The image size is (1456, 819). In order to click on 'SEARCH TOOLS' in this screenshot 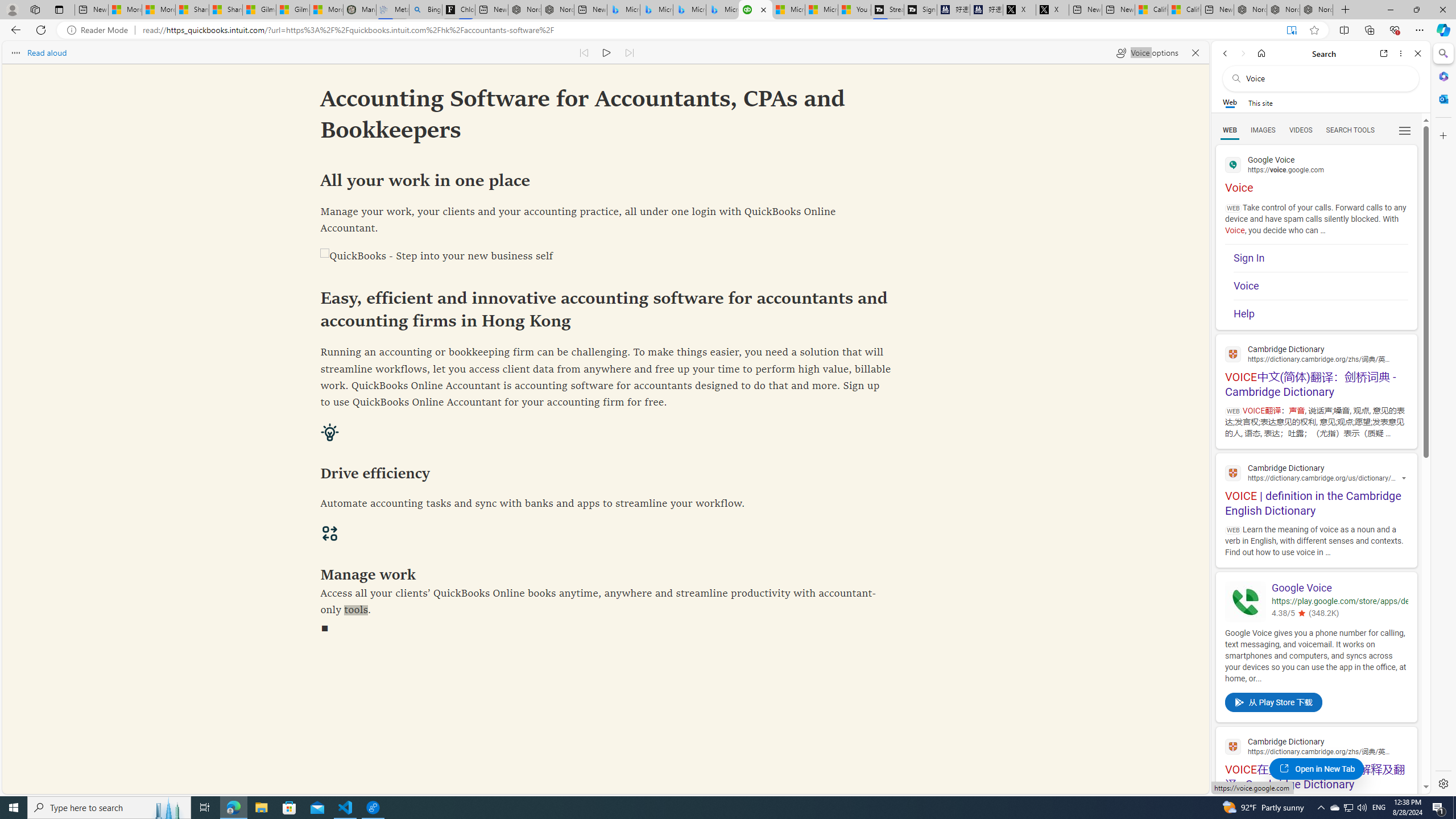, I will do `click(1350, 130)`.